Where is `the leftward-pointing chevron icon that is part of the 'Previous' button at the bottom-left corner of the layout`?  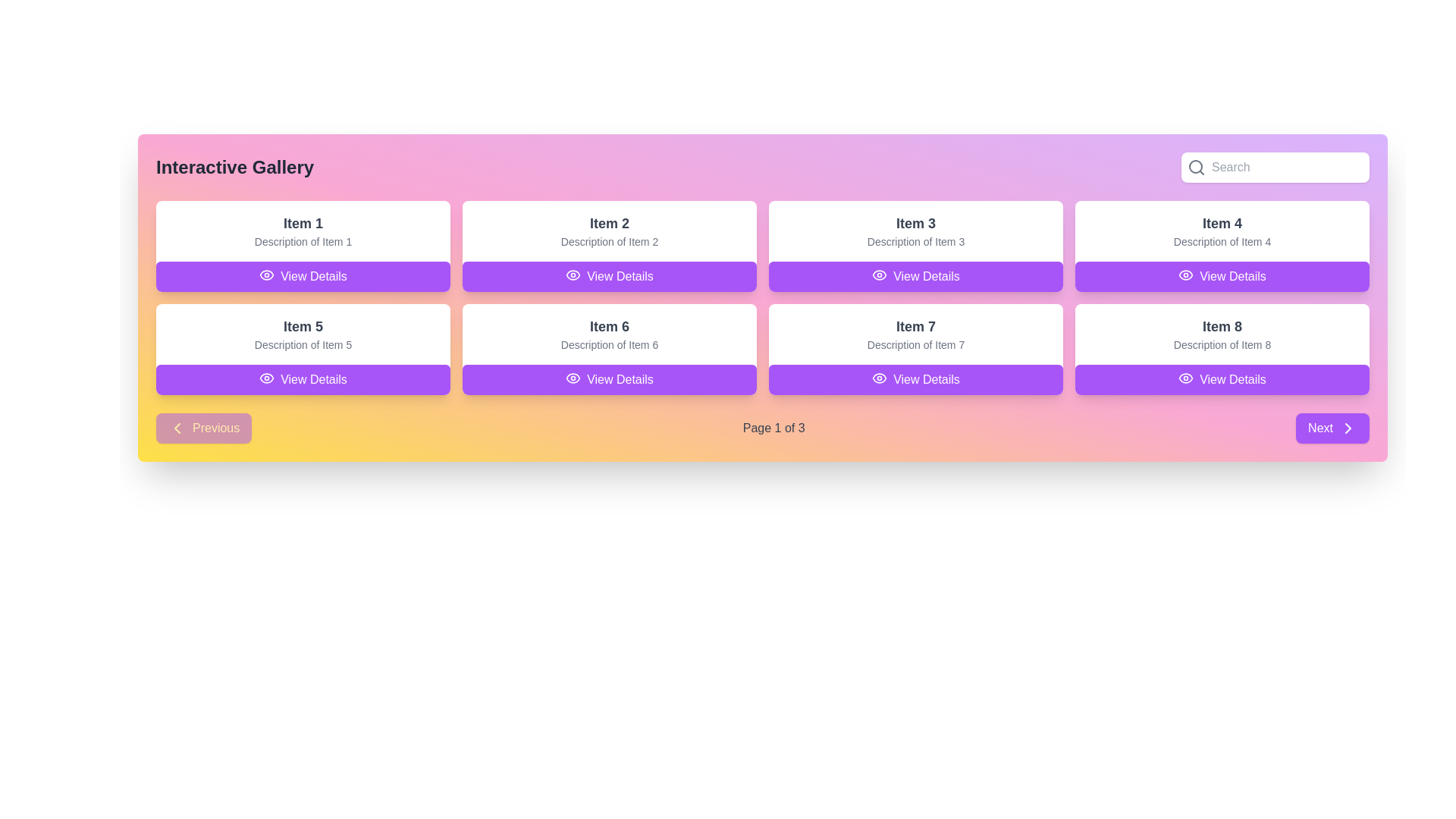 the leftward-pointing chevron icon that is part of the 'Previous' button at the bottom-left corner of the layout is located at coordinates (177, 428).